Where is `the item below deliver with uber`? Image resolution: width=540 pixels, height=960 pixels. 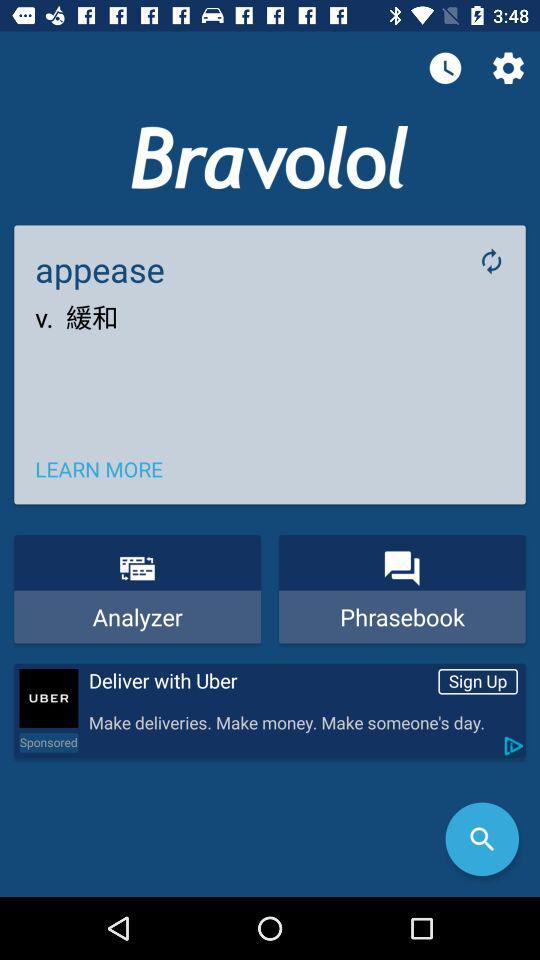
the item below deliver with uber is located at coordinates (301, 722).